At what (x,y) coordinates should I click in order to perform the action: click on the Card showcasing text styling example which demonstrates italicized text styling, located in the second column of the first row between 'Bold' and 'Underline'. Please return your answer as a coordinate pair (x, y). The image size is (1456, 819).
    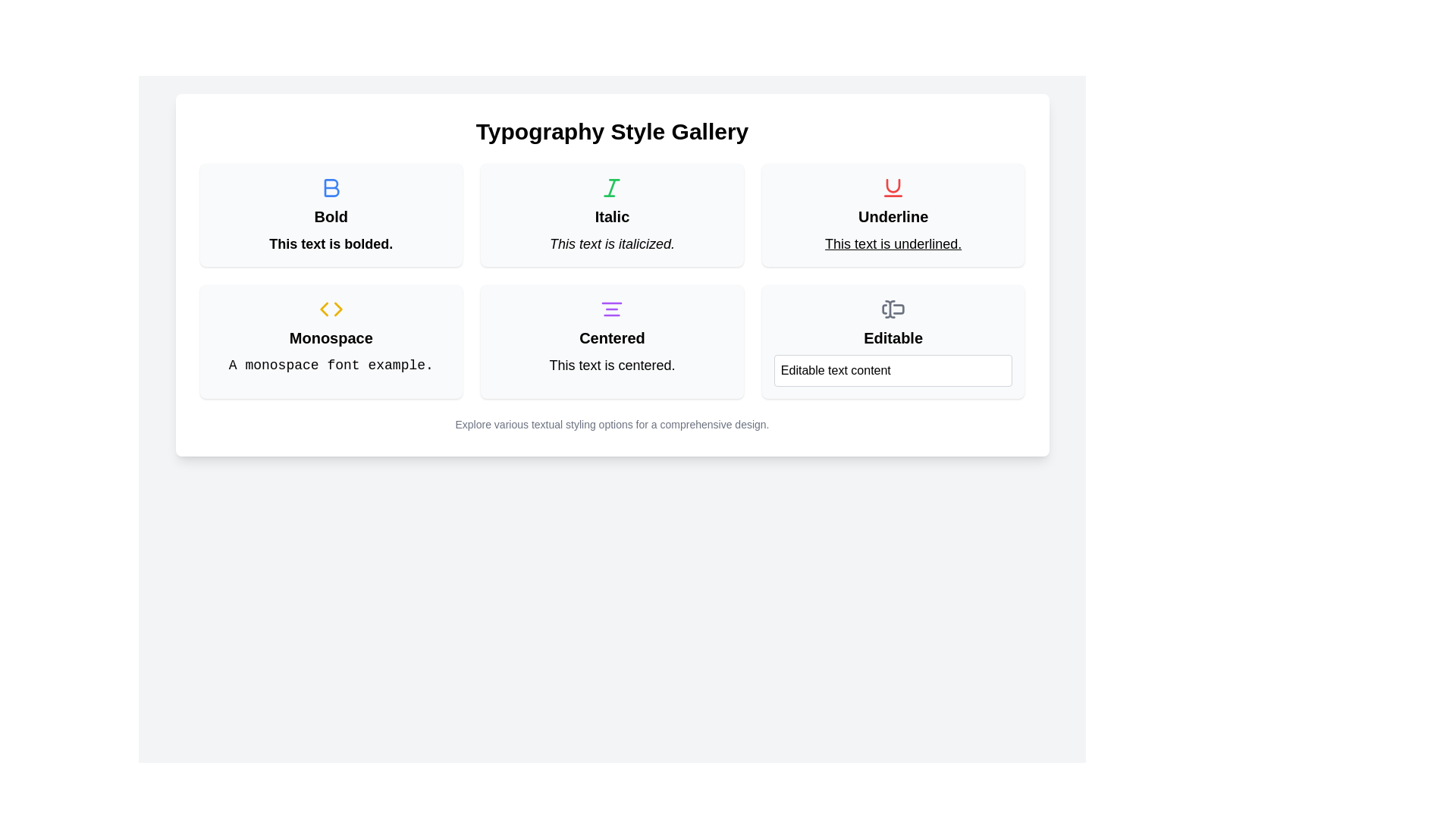
    Looking at the image, I should click on (612, 215).